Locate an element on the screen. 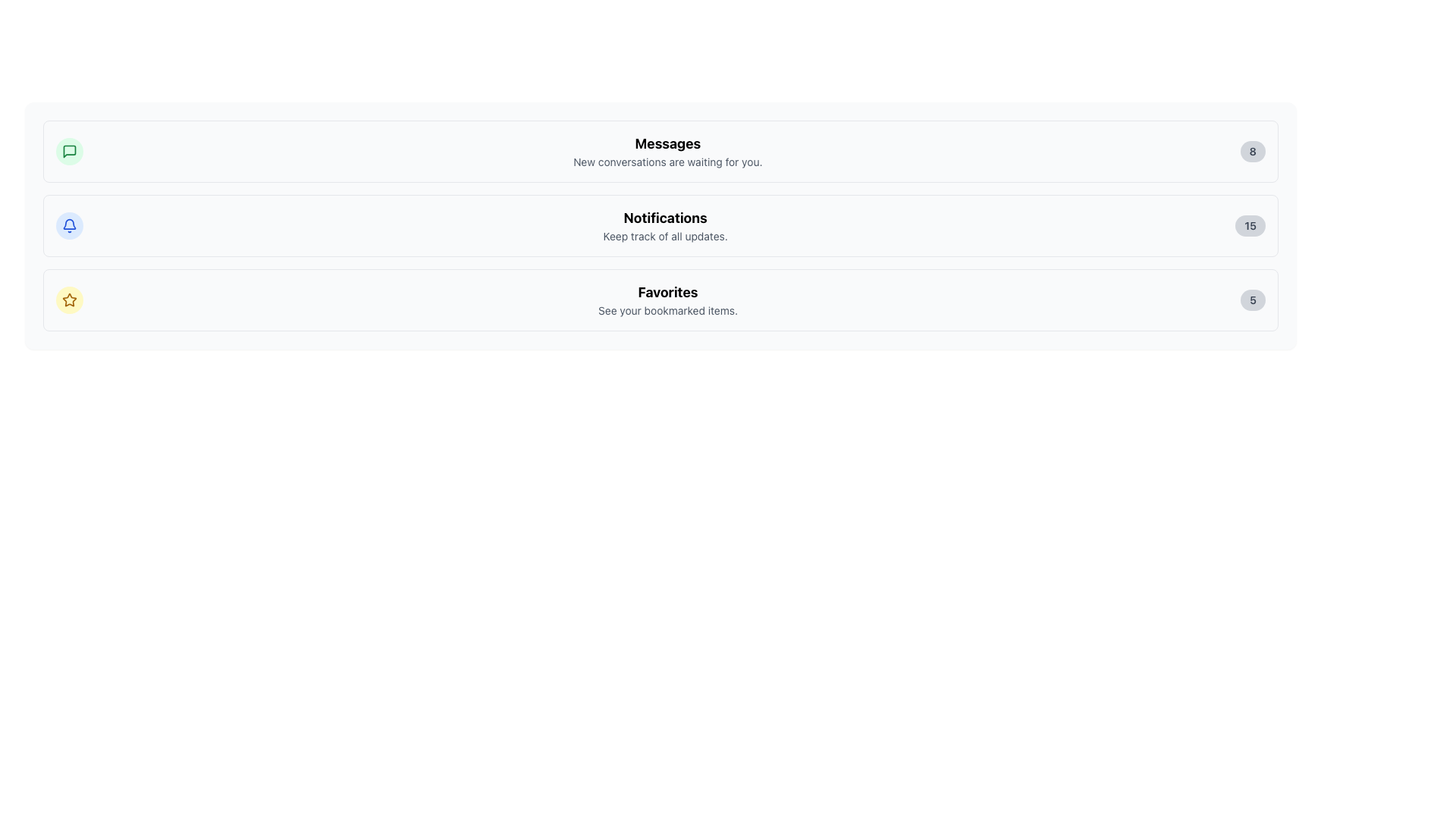 This screenshot has width=1456, height=819. the messaging section icon is located at coordinates (68, 152).